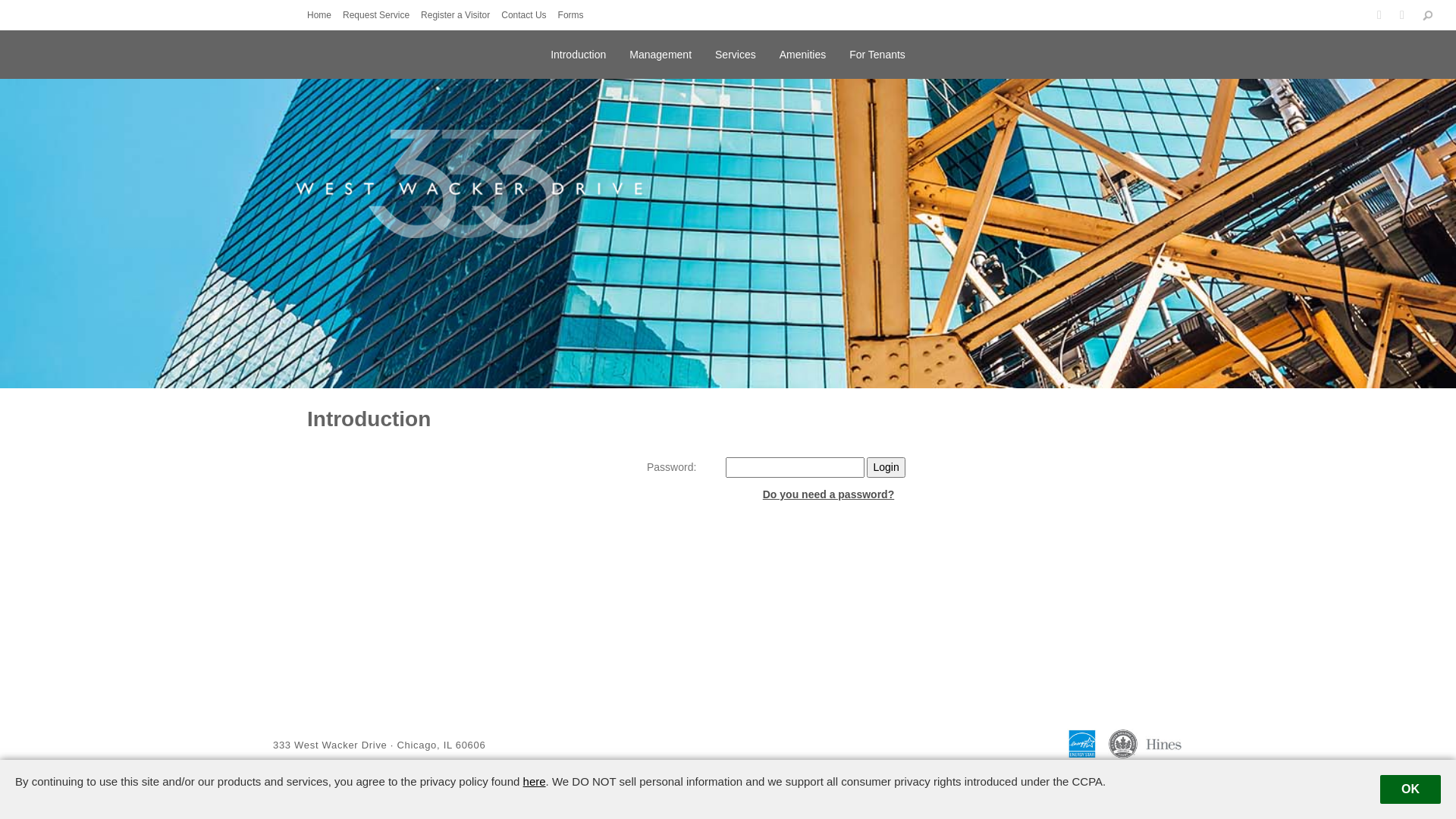  I want to click on 'Request Service', so click(341, 14).